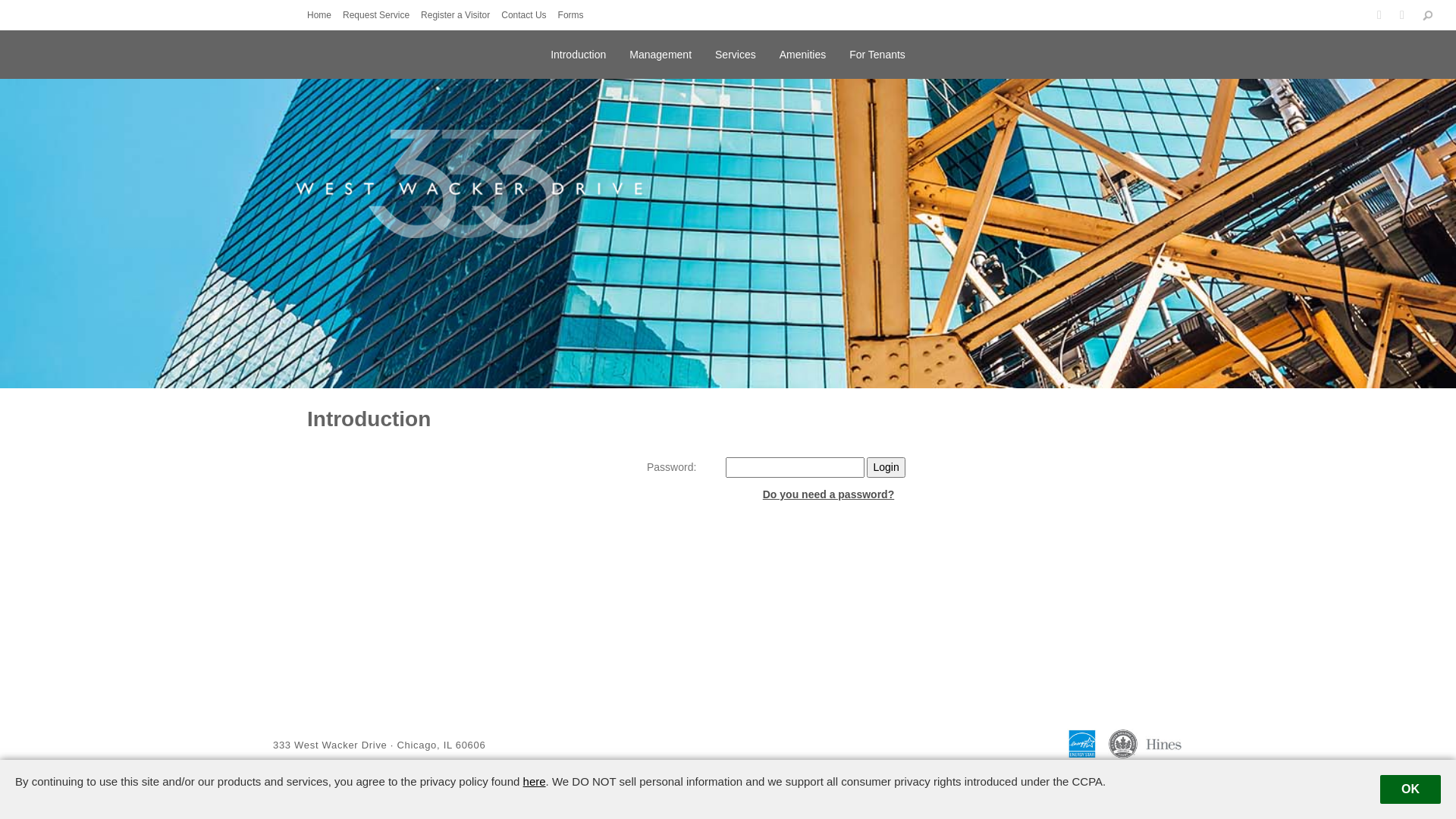  I want to click on 'Request Service', so click(341, 14).